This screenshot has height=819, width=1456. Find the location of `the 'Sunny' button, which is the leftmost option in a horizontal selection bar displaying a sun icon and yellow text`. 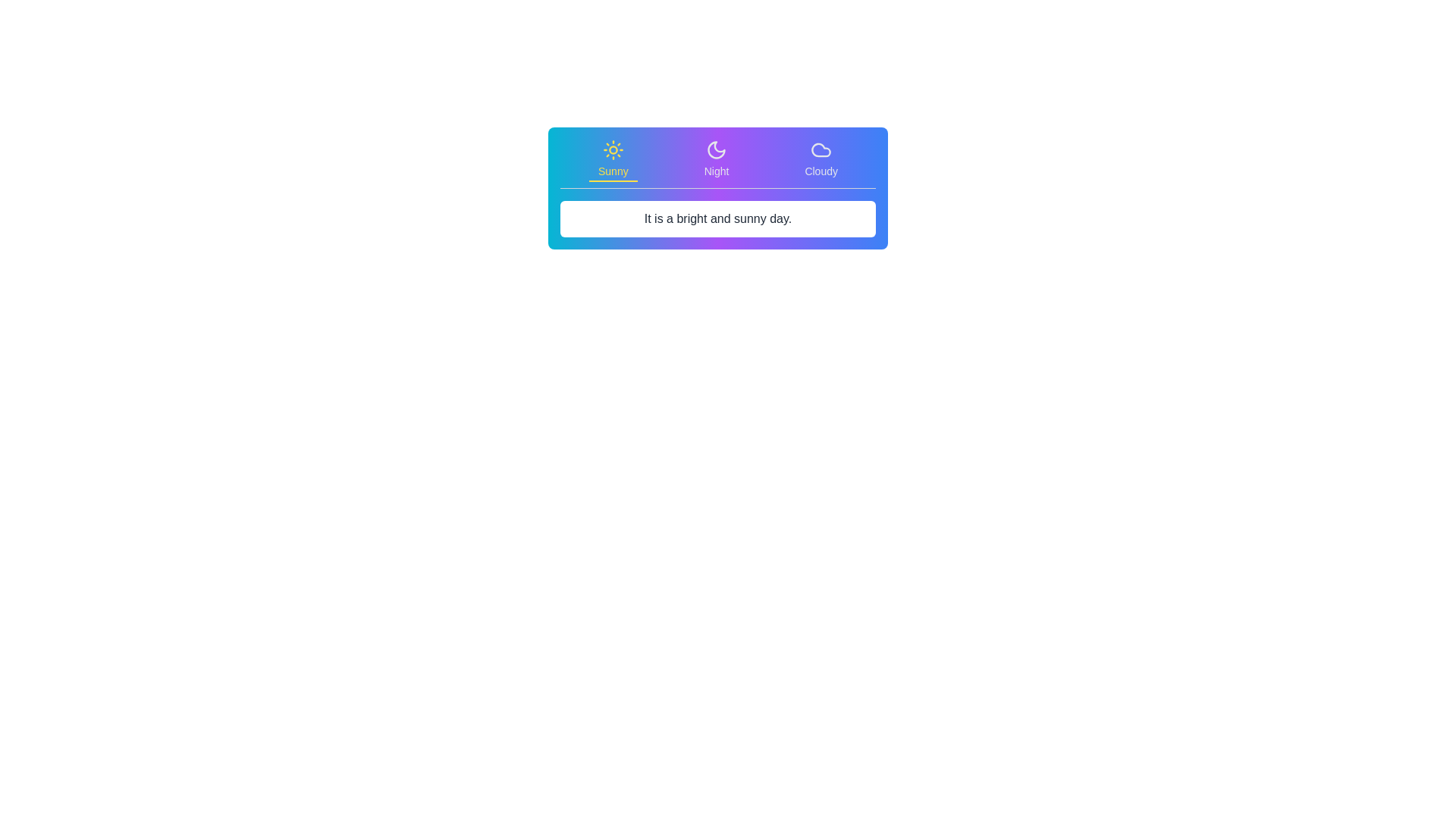

the 'Sunny' button, which is the leftmost option in a horizontal selection bar displaying a sun icon and yellow text is located at coordinates (613, 161).